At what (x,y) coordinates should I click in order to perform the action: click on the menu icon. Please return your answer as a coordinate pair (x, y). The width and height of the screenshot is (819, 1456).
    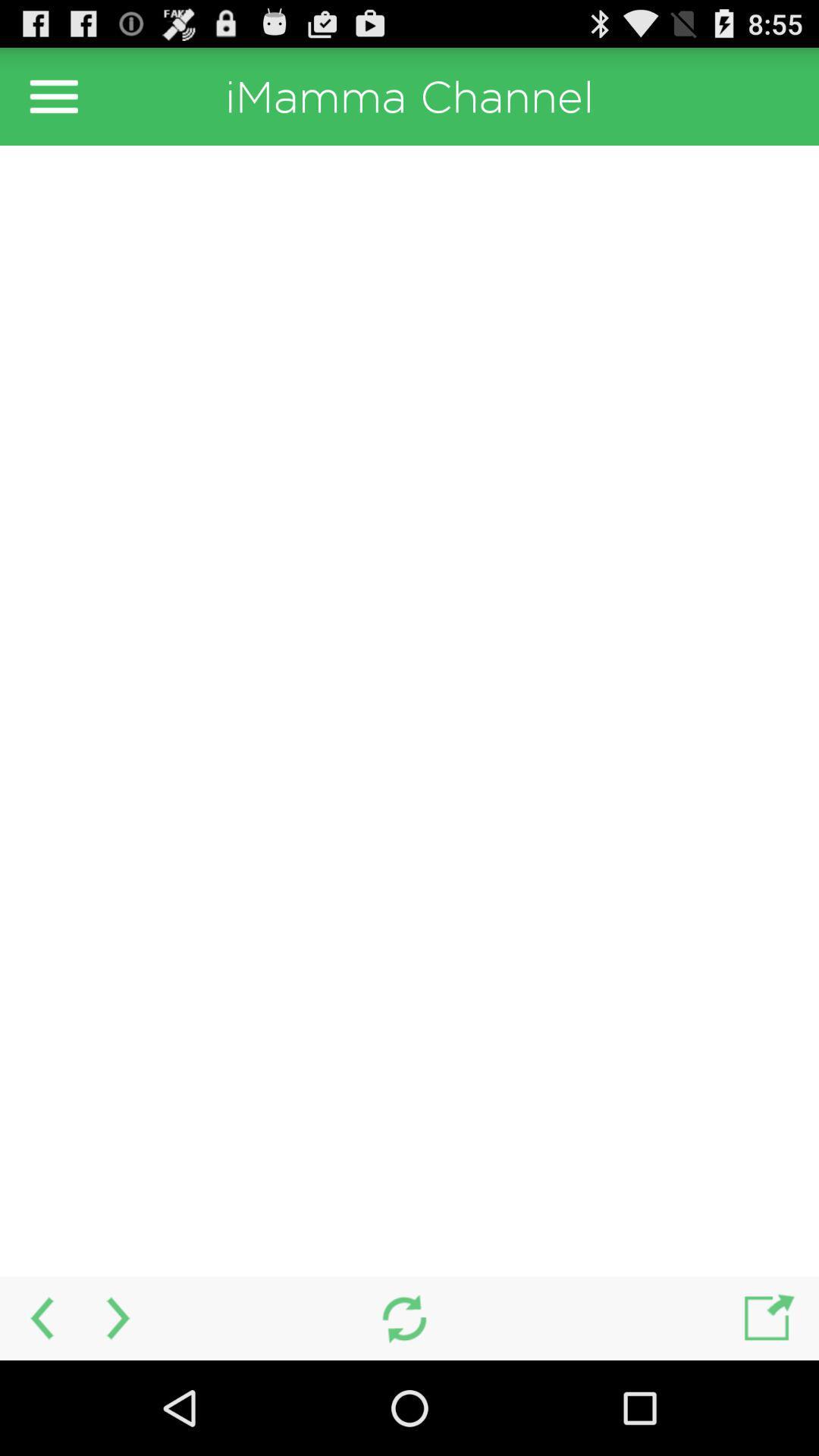
    Looking at the image, I should click on (53, 102).